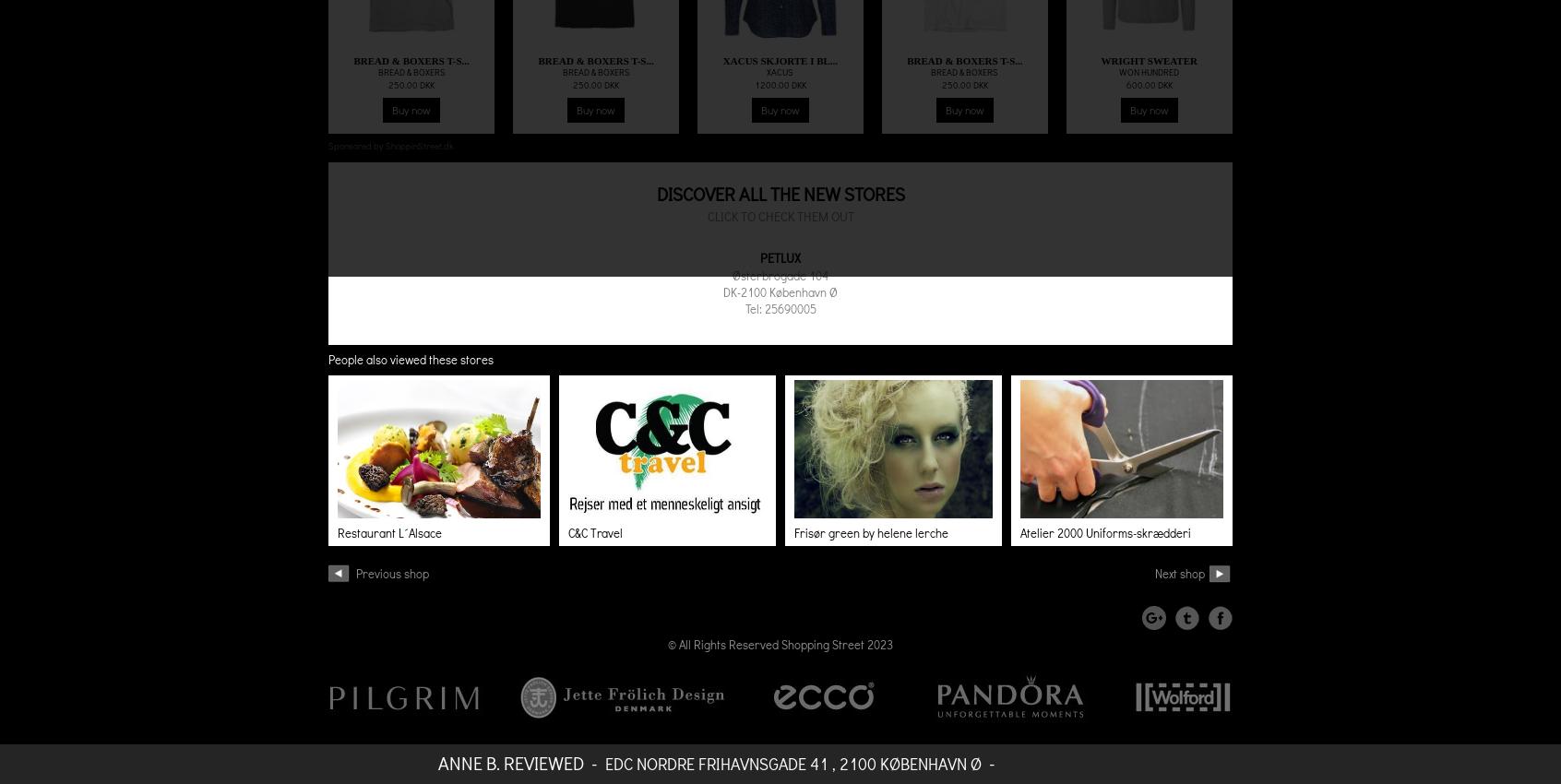  Describe the element at coordinates (356, 146) in the screenshot. I see `'Sponsored by'` at that location.